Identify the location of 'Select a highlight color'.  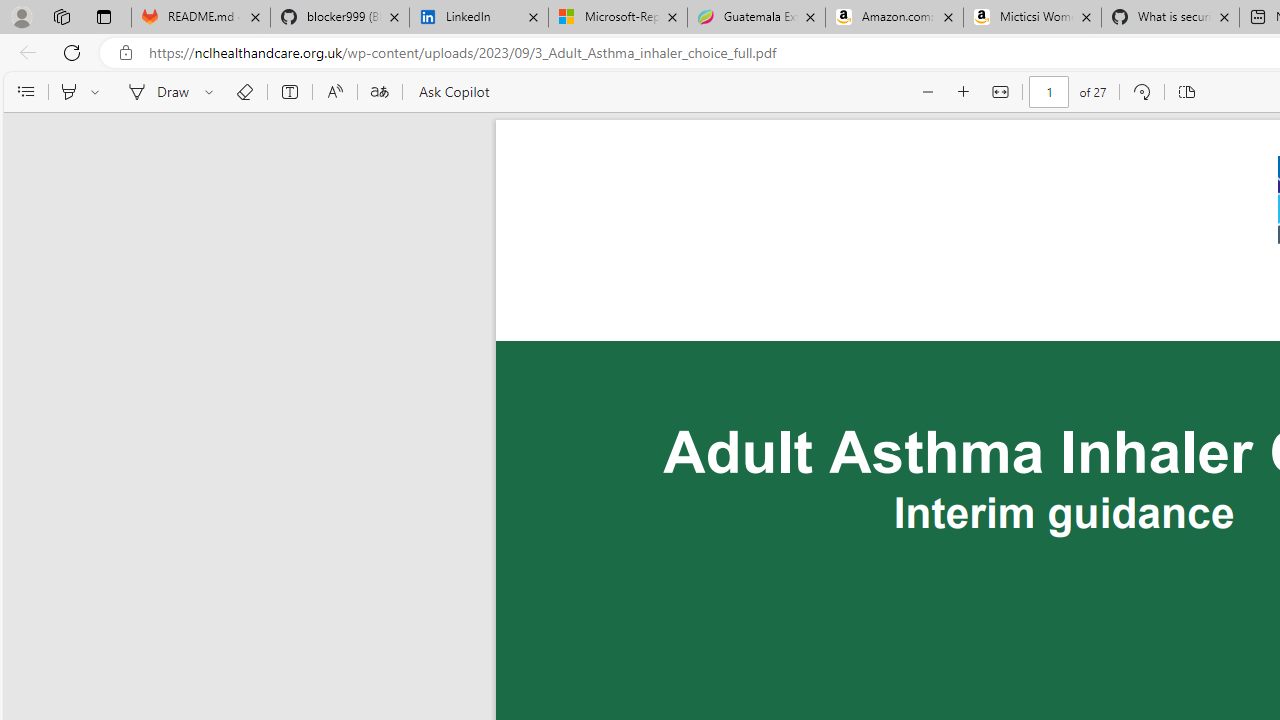
(97, 92).